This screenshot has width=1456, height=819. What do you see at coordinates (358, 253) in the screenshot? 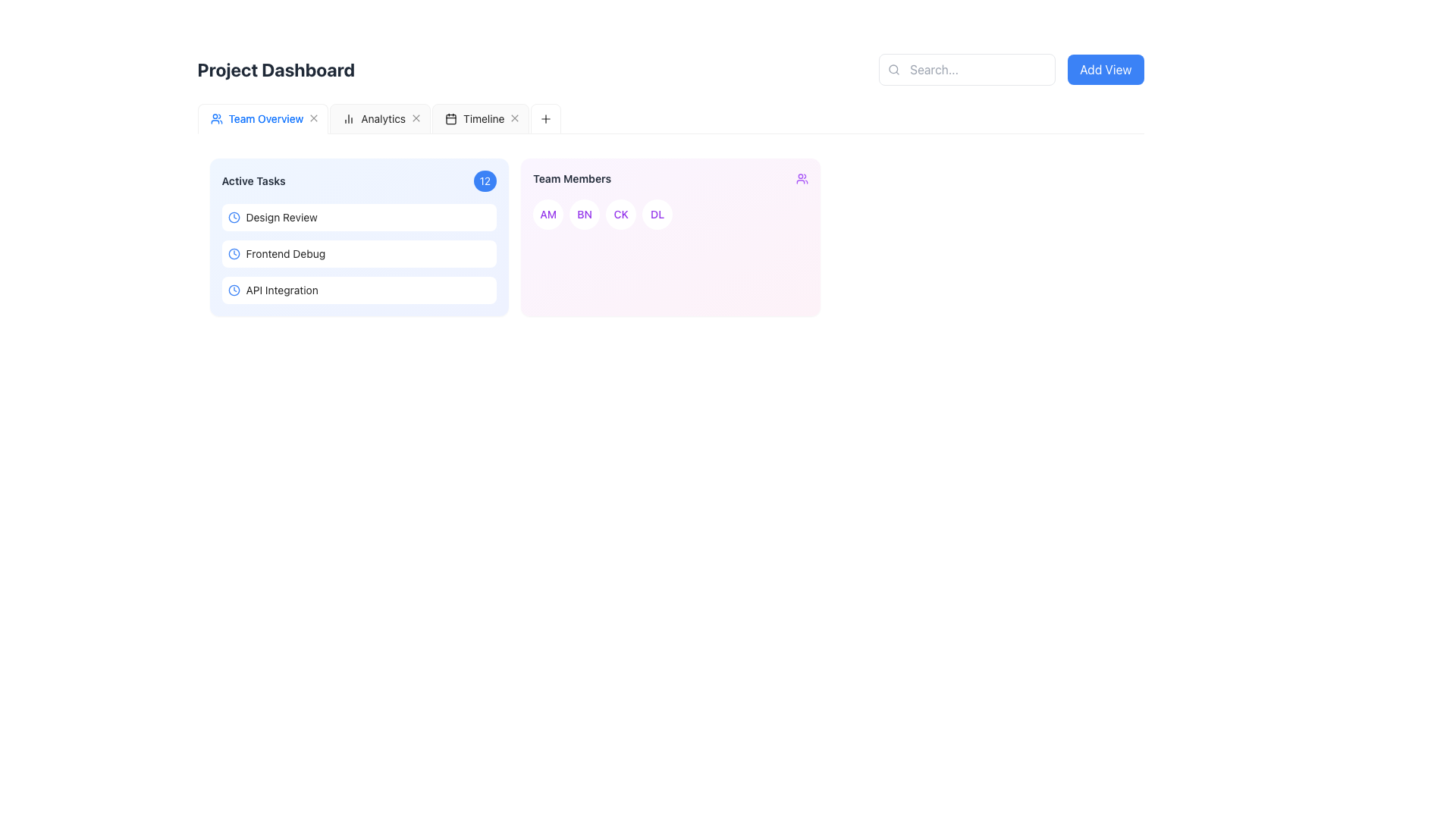
I see `the 'Frontend Debug' task card located` at bounding box center [358, 253].